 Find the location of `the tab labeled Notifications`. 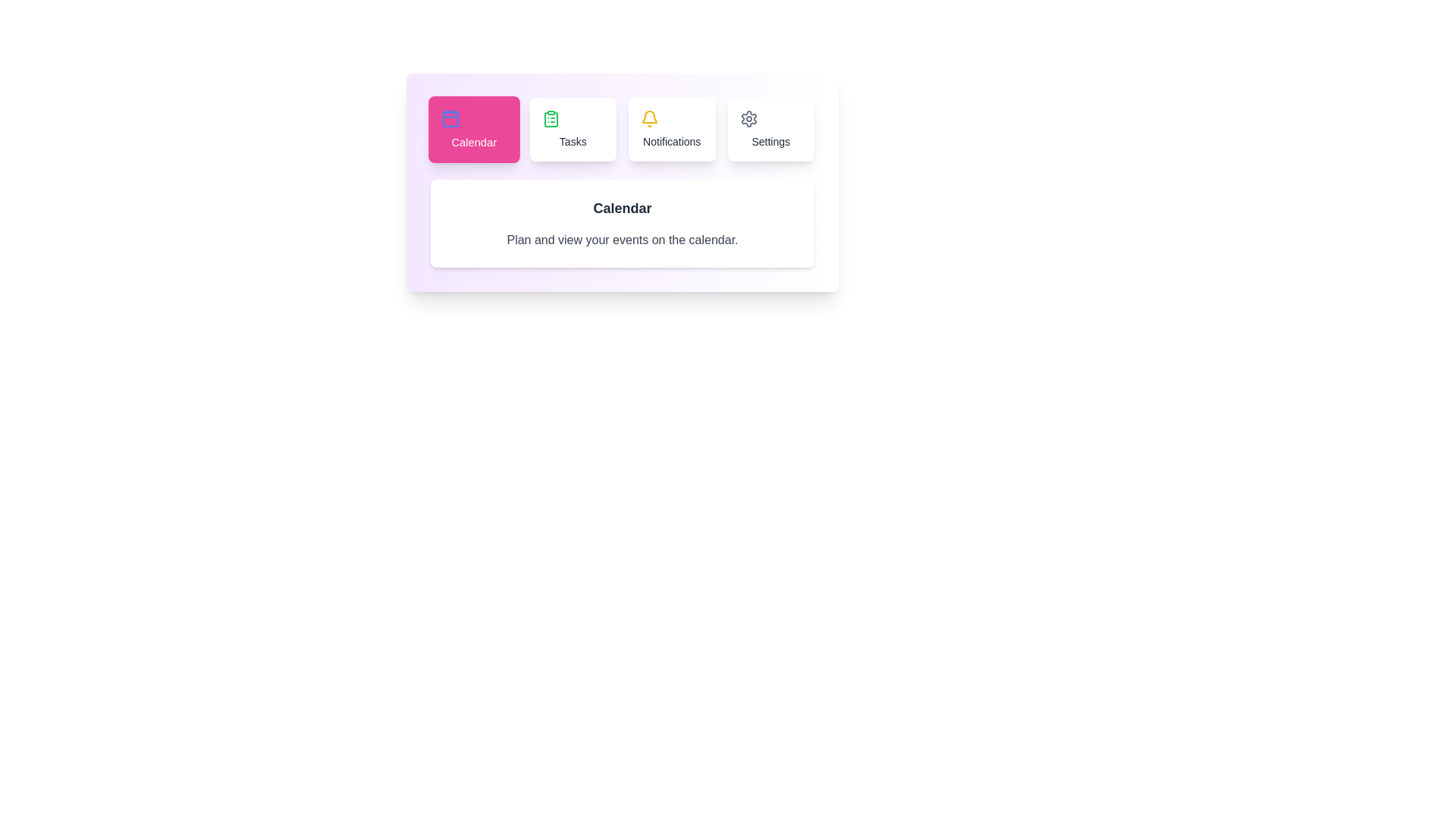

the tab labeled Notifications is located at coordinates (671, 128).